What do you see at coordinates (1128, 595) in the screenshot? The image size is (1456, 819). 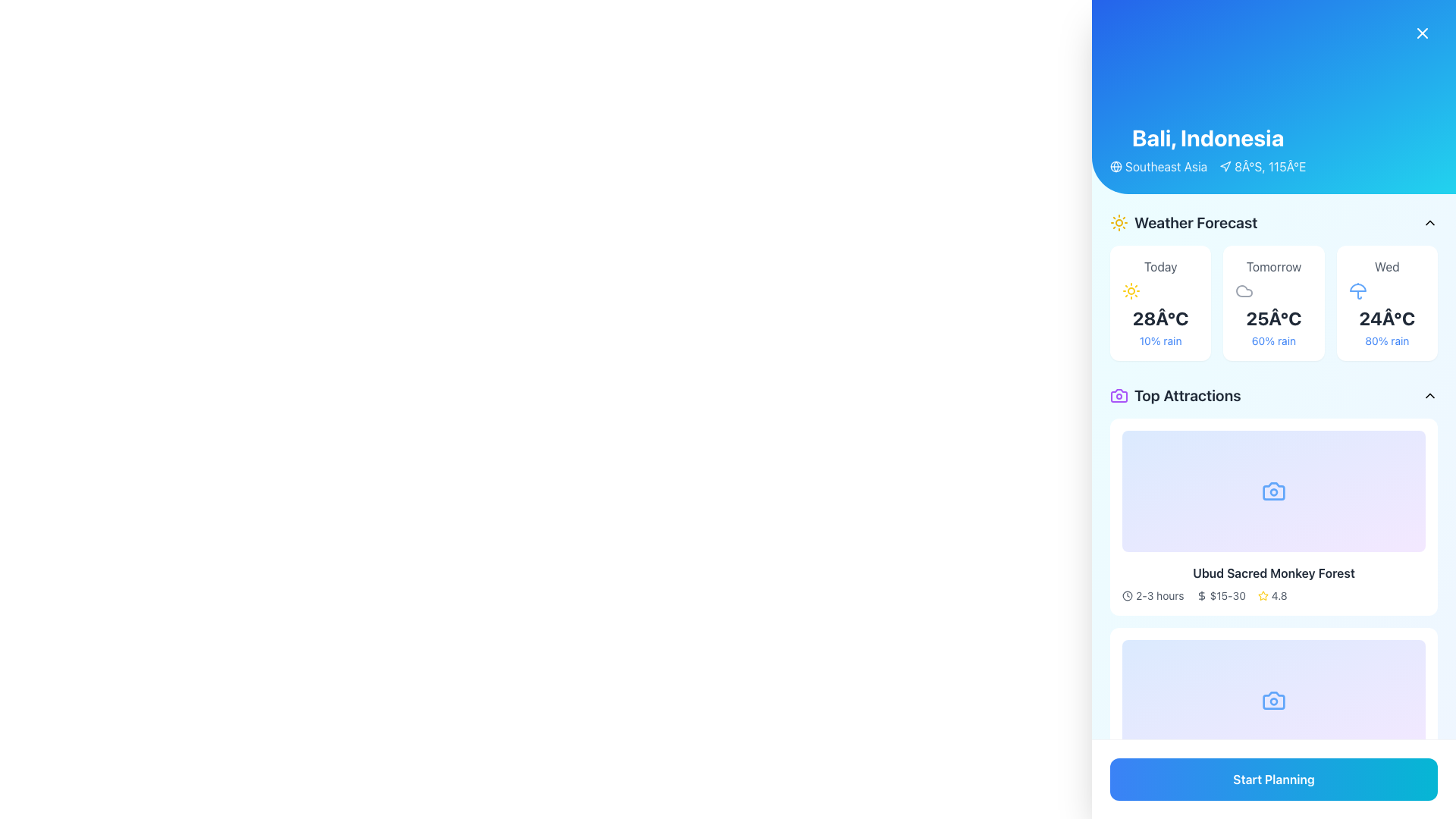 I see `the clock icon, which is a small vector graphic with a circular outline and clock hands, located in the 'Top Attractions' section to the left of the text '2-3 hours'` at bounding box center [1128, 595].